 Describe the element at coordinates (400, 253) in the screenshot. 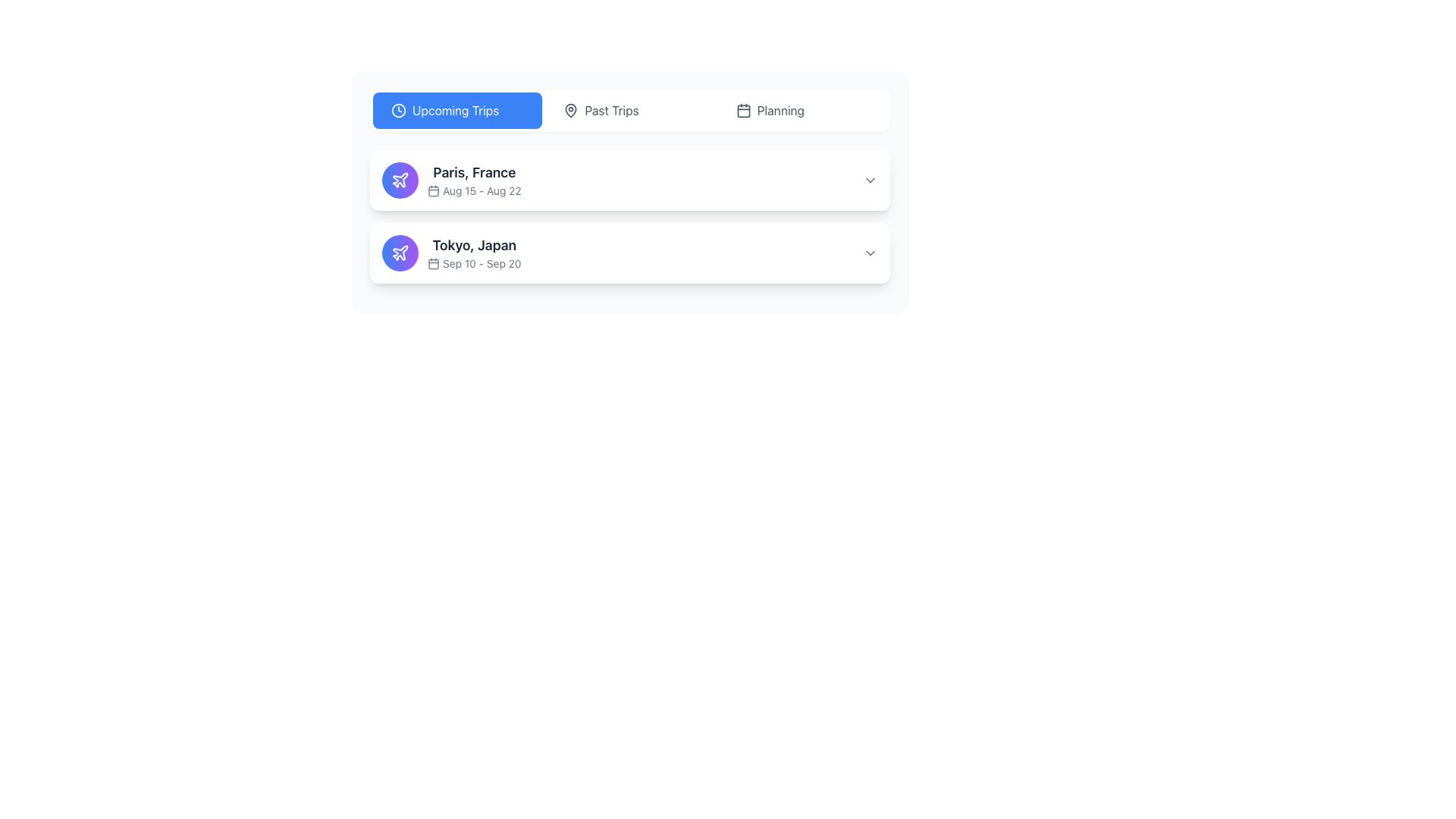

I see `the flight-related icon button located in the second row next to the text 'Tokyo, Japan Sep 10 - Sep 20'` at that location.